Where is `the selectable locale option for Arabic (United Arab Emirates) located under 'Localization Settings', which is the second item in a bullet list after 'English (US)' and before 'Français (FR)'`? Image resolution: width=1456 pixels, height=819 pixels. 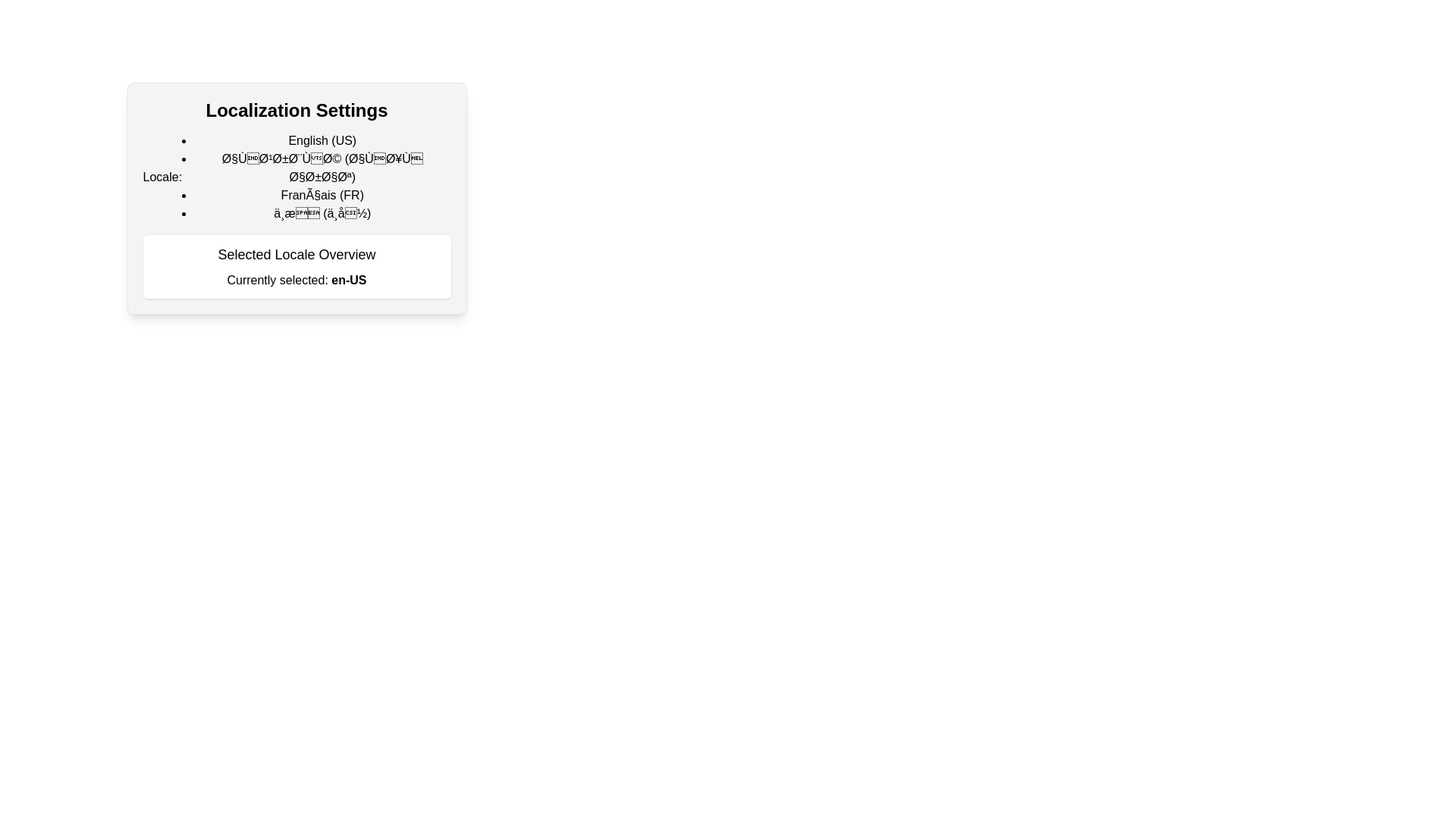 the selectable locale option for Arabic (United Arab Emirates) located under 'Localization Settings', which is the second item in a bullet list after 'English (US)' and before 'Français (FR)' is located at coordinates (322, 168).